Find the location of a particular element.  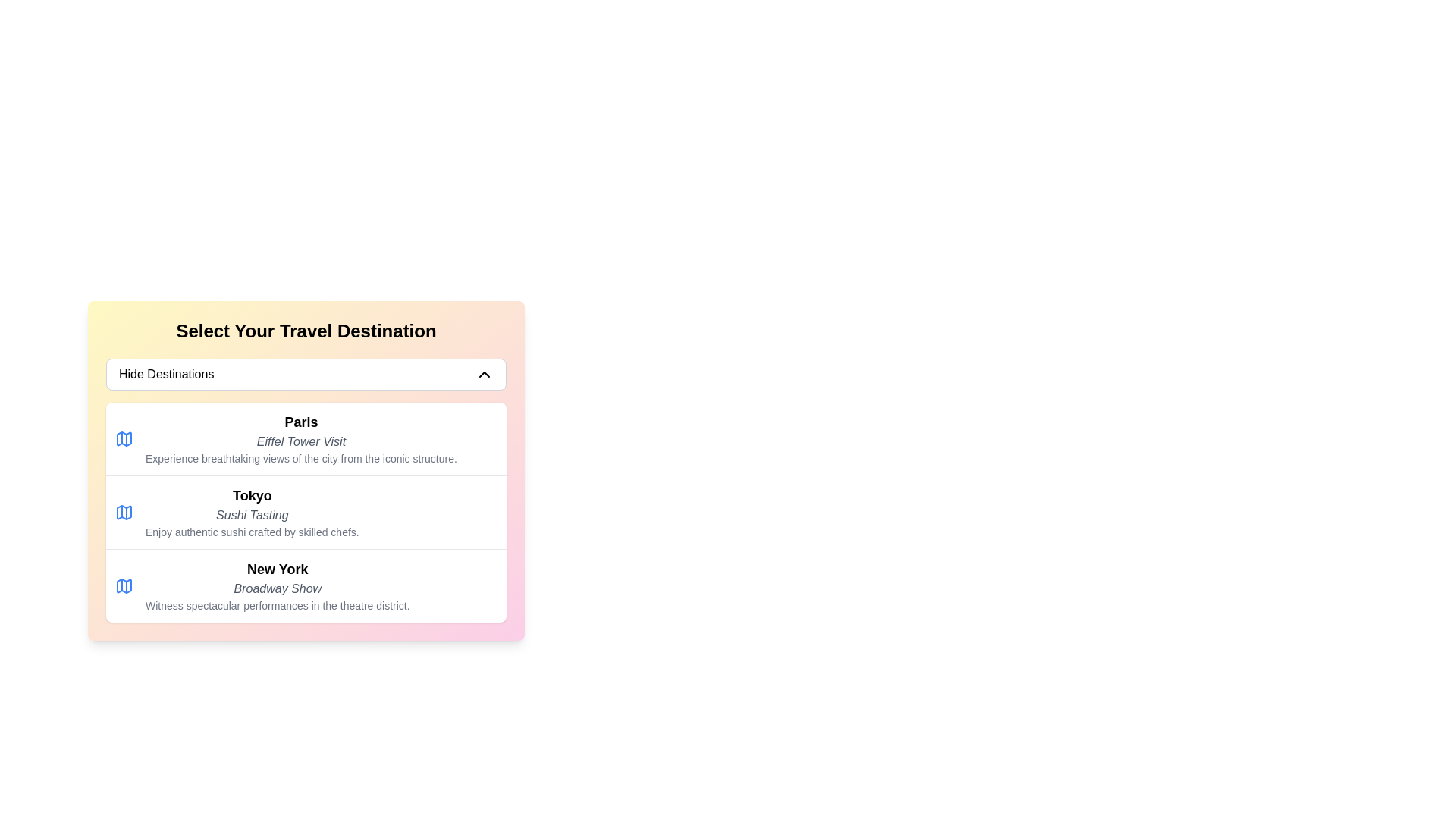

the informational block describing the travel destination Tokyo is located at coordinates (252, 512).